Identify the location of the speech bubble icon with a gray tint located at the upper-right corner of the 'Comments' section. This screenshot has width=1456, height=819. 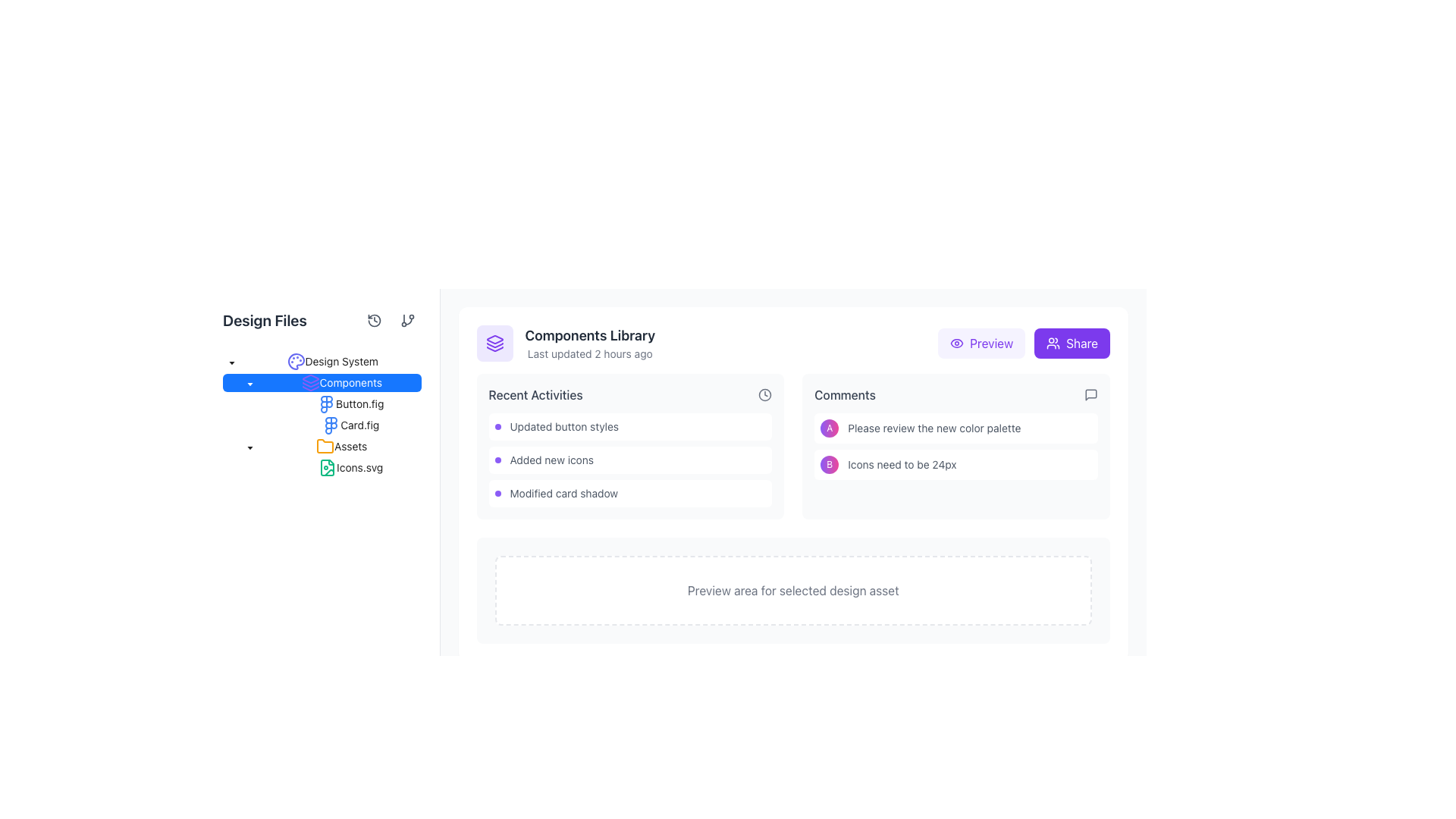
(1090, 394).